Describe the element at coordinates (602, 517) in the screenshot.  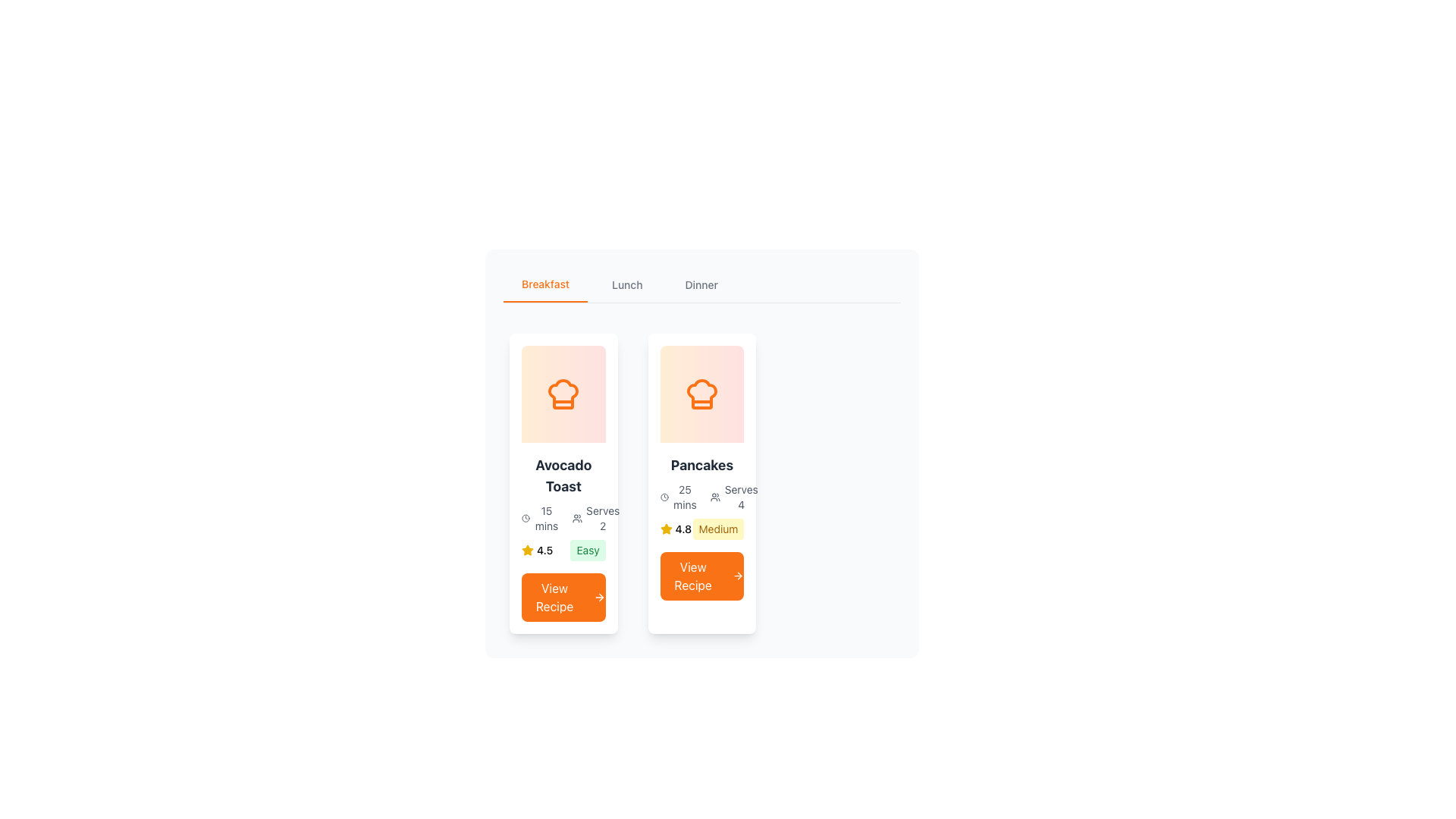
I see `the 'Serves 2' text label styled in small gray font, which is part of the 'Avocado Toast' recipe card and located towards the right side adjacent to preparation time` at that location.